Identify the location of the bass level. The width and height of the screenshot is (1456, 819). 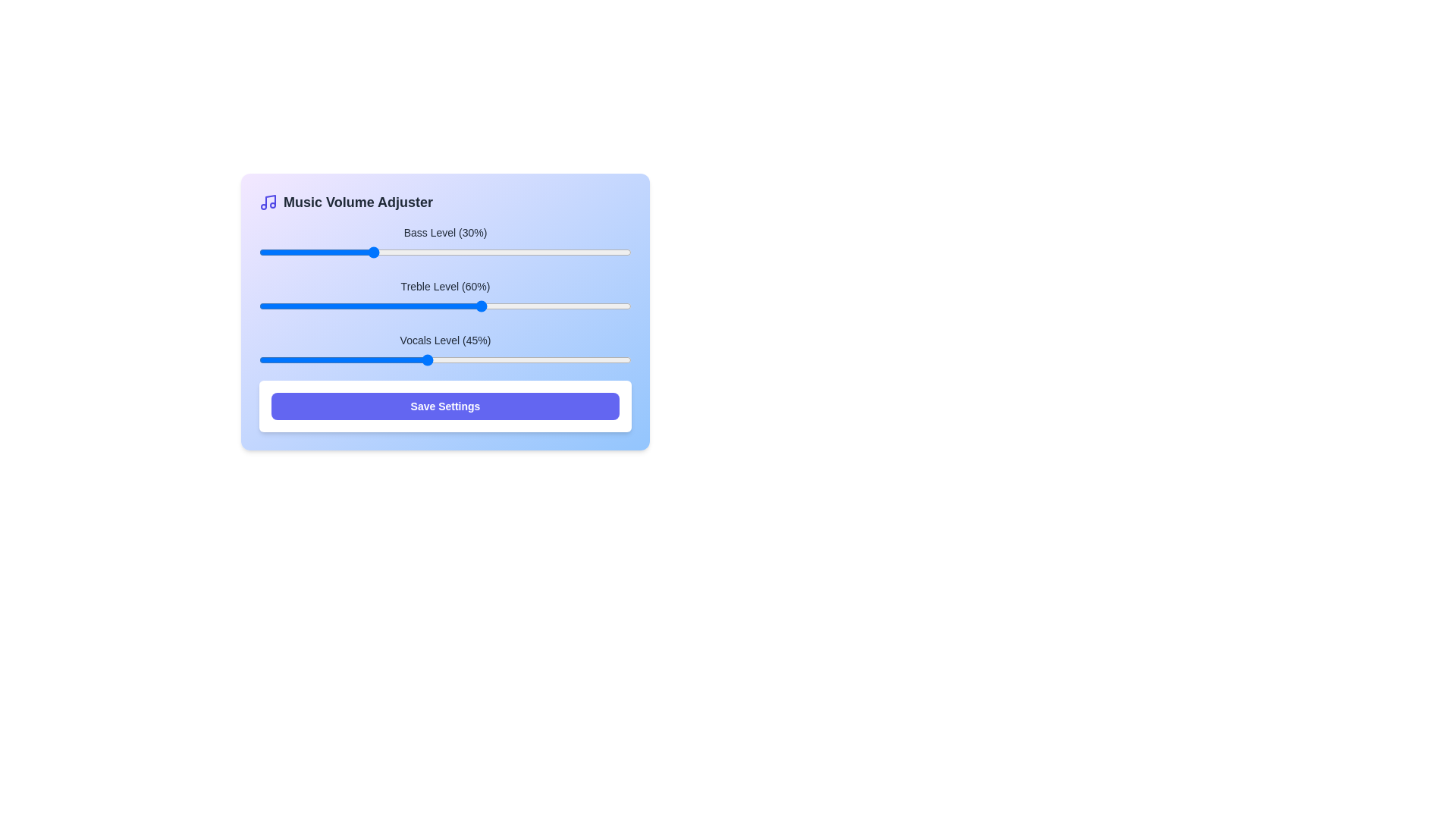
(579, 251).